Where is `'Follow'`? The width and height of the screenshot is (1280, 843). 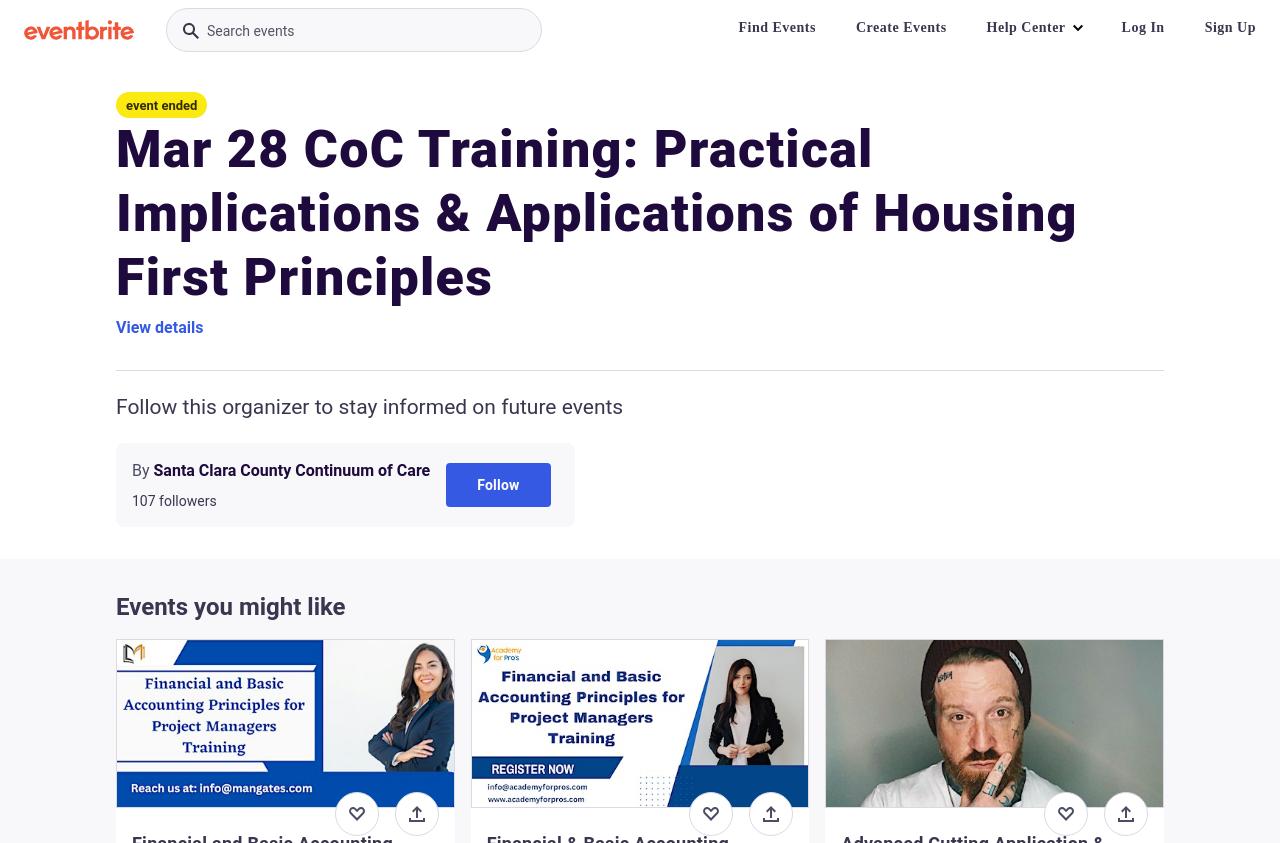
'Follow' is located at coordinates (498, 484).